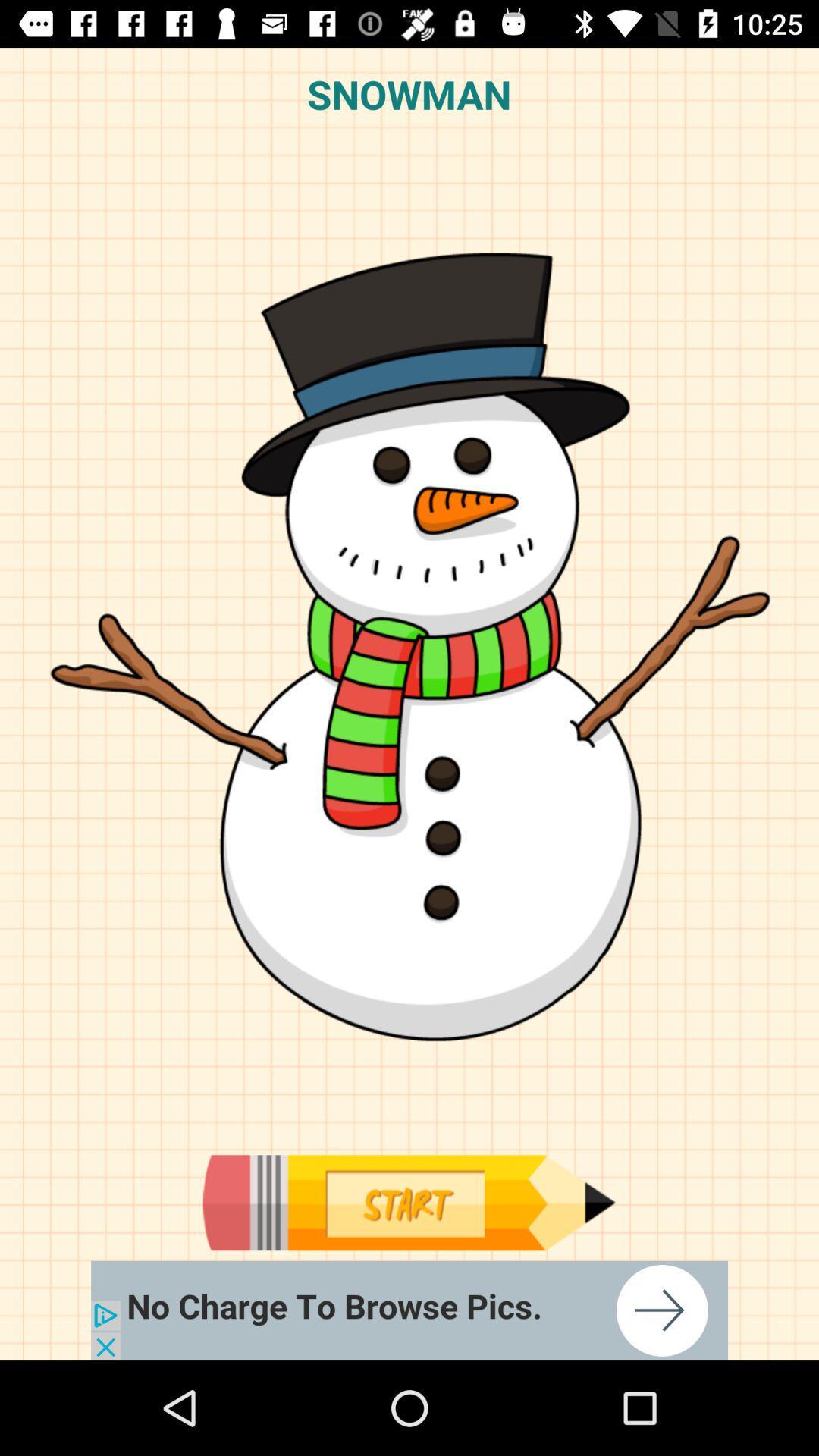  I want to click on banner, so click(409, 1310).